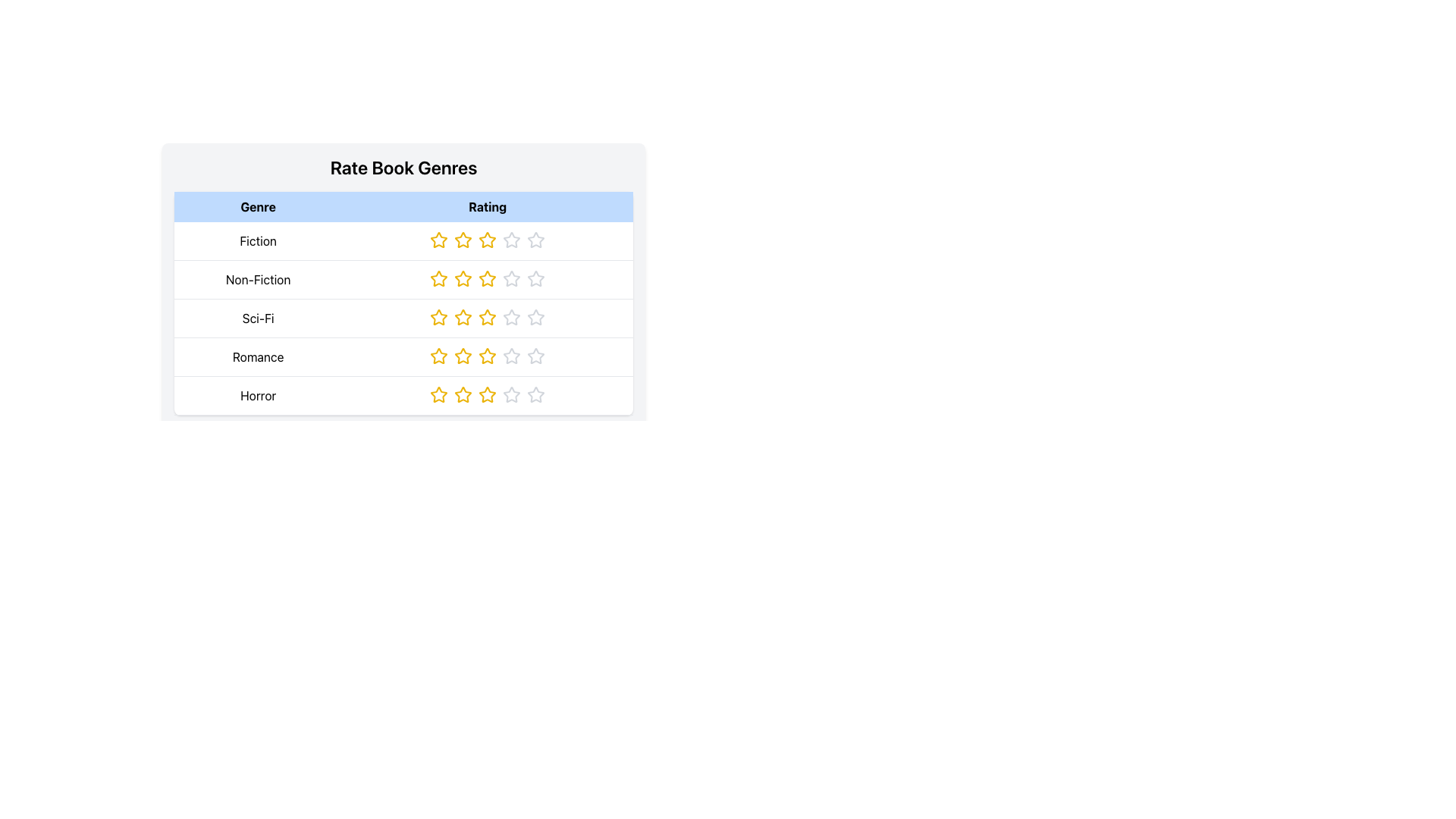 The image size is (1456, 819). Describe the element at coordinates (488, 394) in the screenshot. I see `the third interactive star icon for rating in the 'Horror' row of the 'Rate Book Genres' table` at that location.